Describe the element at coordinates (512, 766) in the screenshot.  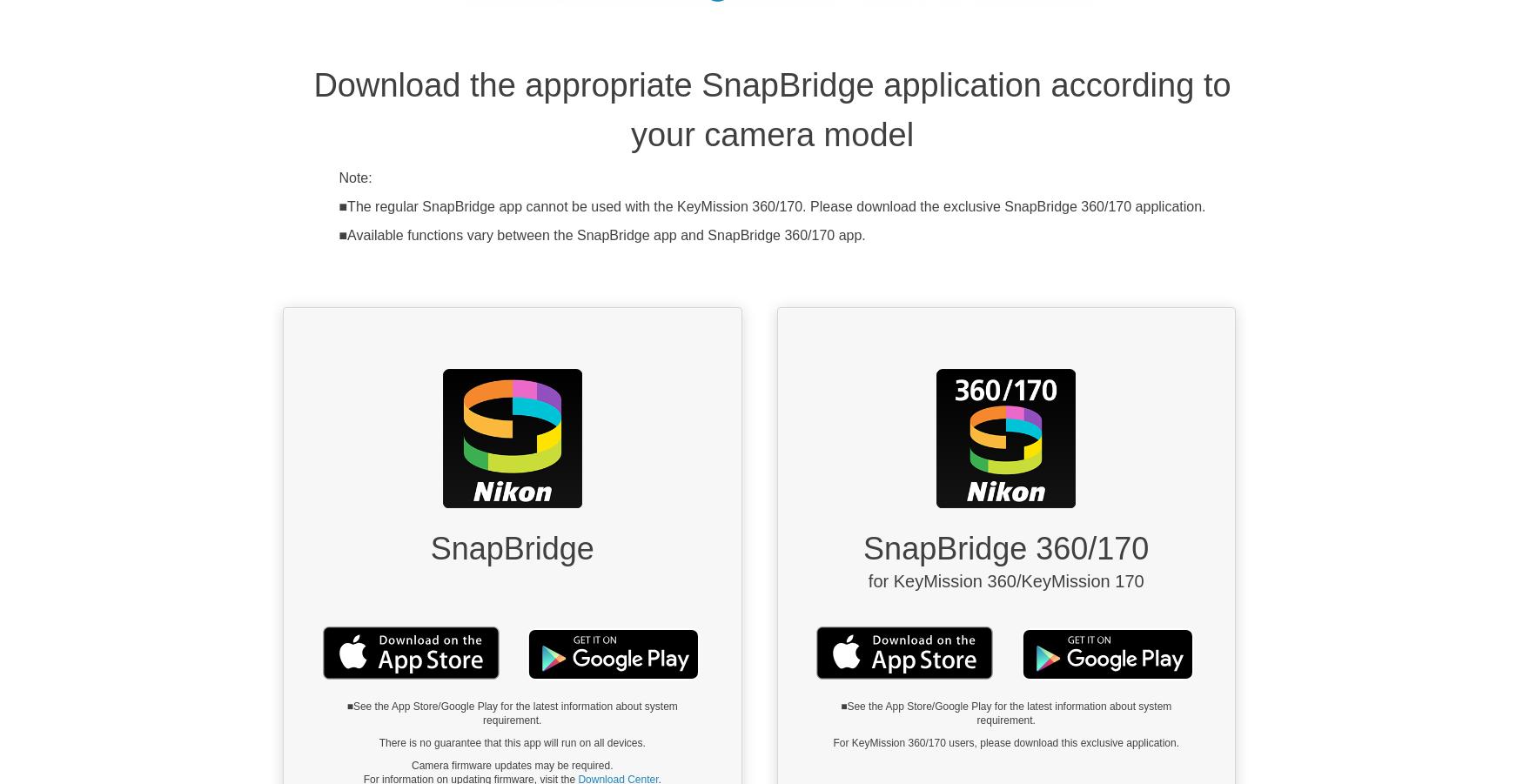
I see `'Camera firmware updates may be required.'` at that location.